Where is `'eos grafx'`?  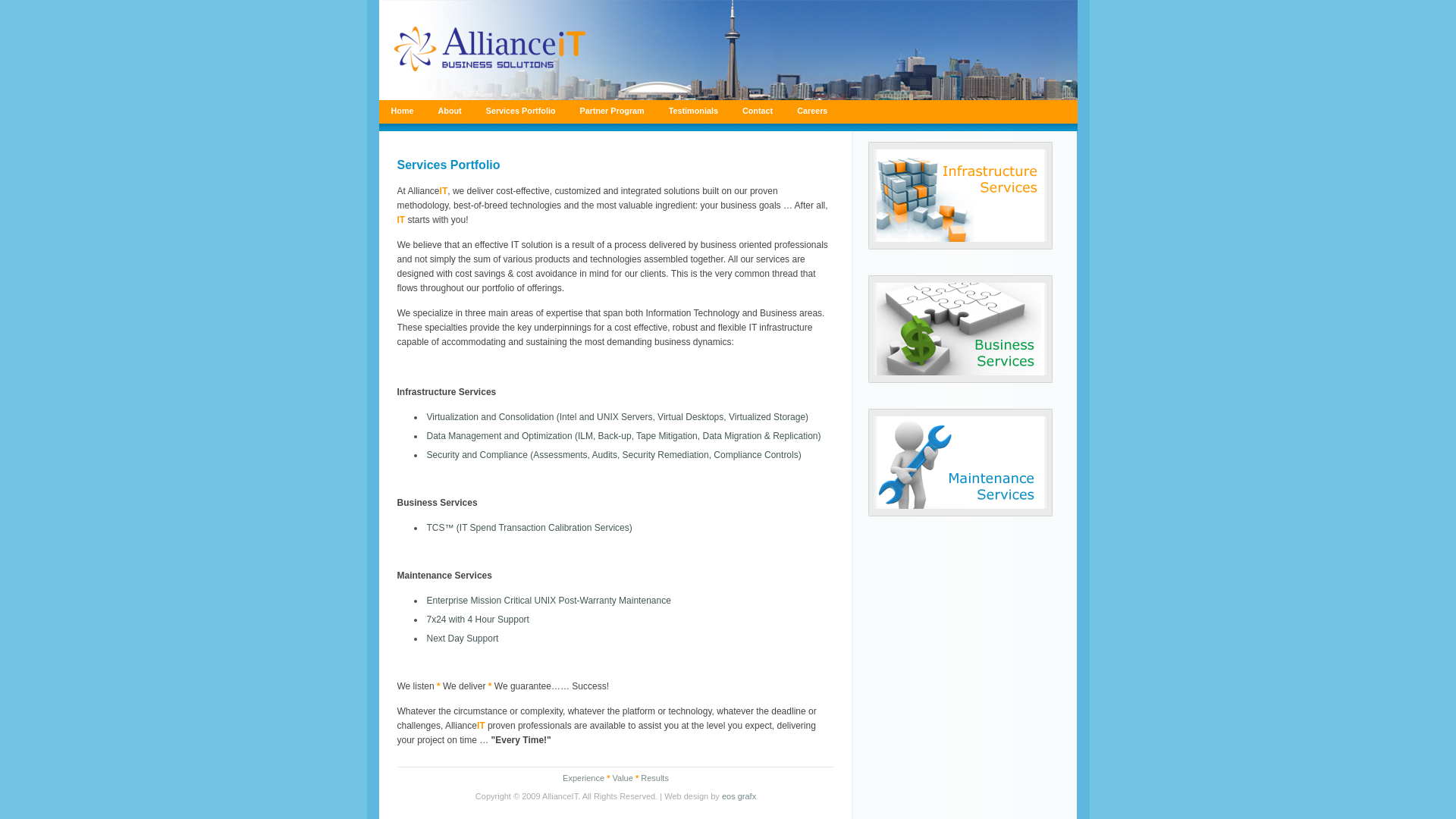
'eos grafx' is located at coordinates (739, 795).